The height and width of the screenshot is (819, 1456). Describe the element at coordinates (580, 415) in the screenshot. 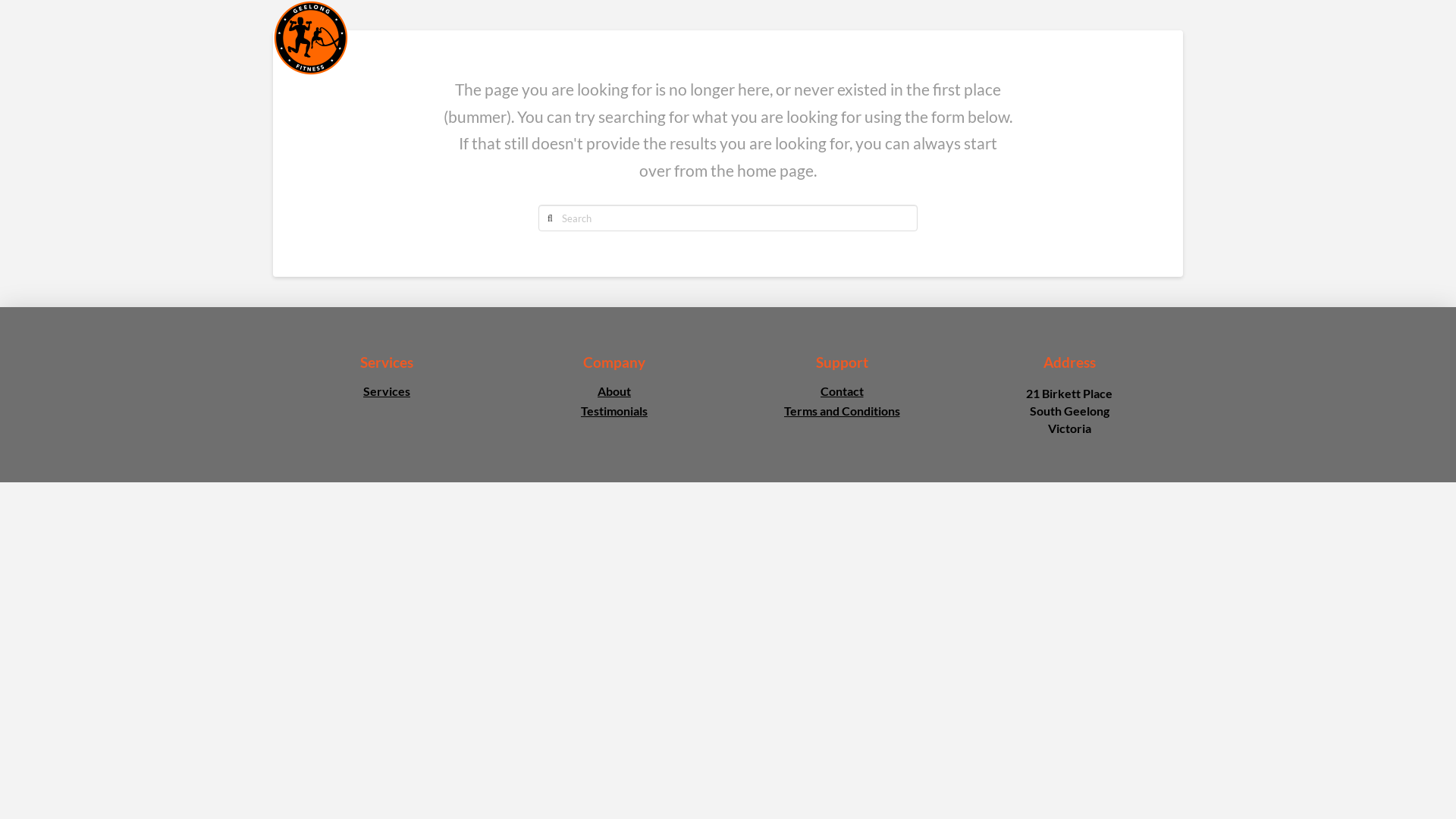

I see `'Testimonials'` at that location.